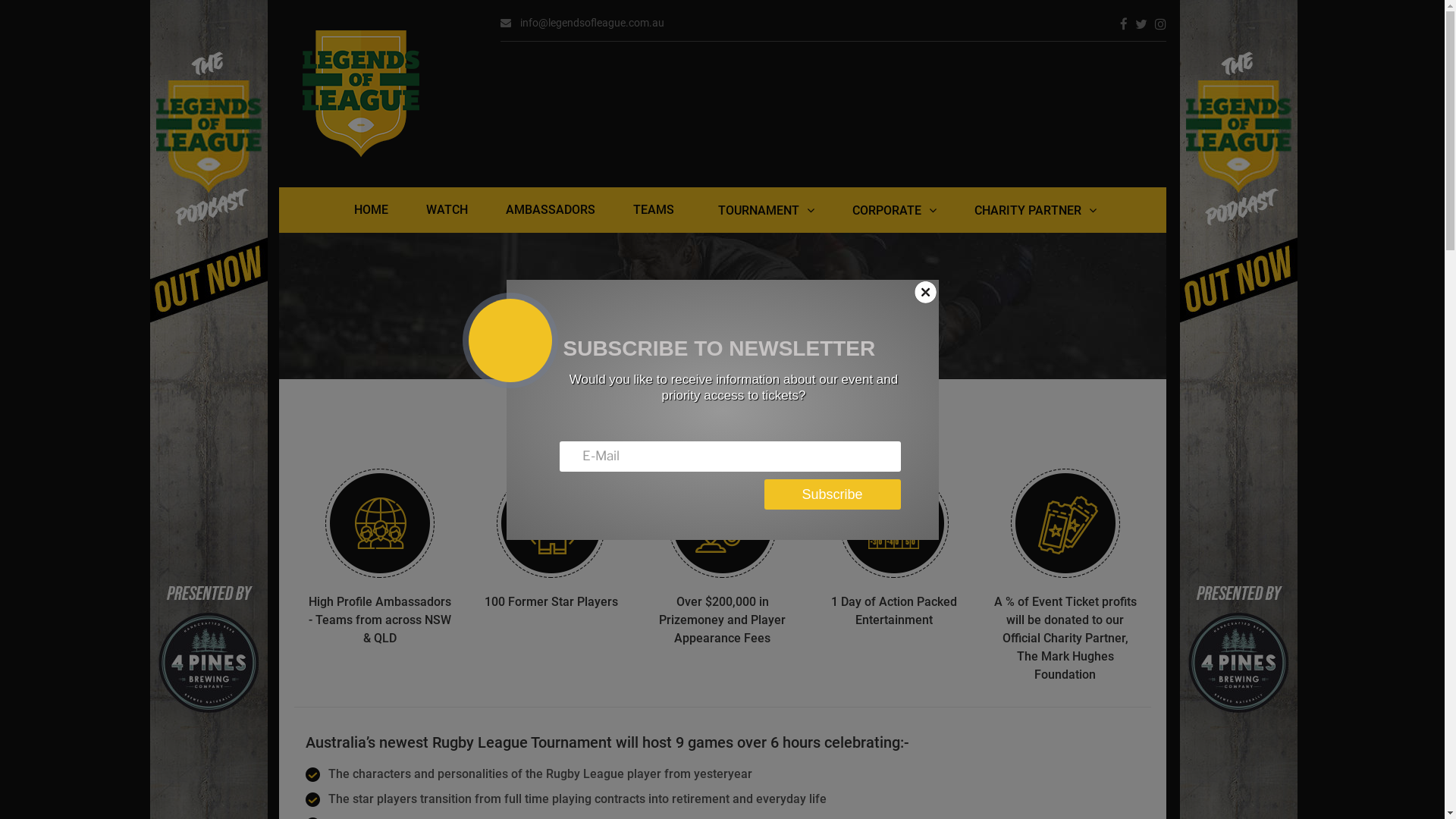  I want to click on '   info@legendsofleague.com.au', so click(582, 23).